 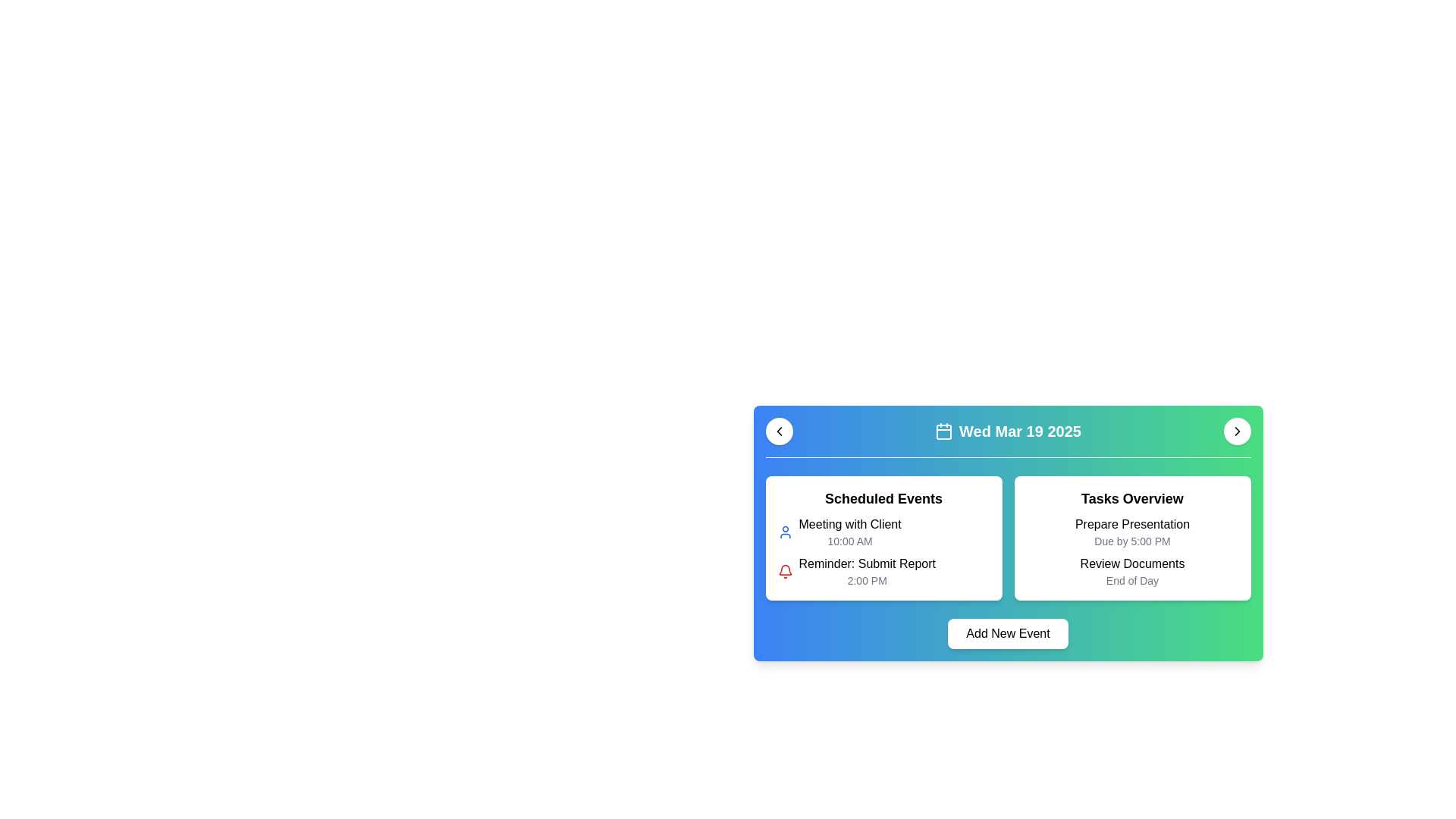 I want to click on the Event entry display that shows 'Meeting with Client' in bold with a user icon on the left, so click(x=883, y=532).